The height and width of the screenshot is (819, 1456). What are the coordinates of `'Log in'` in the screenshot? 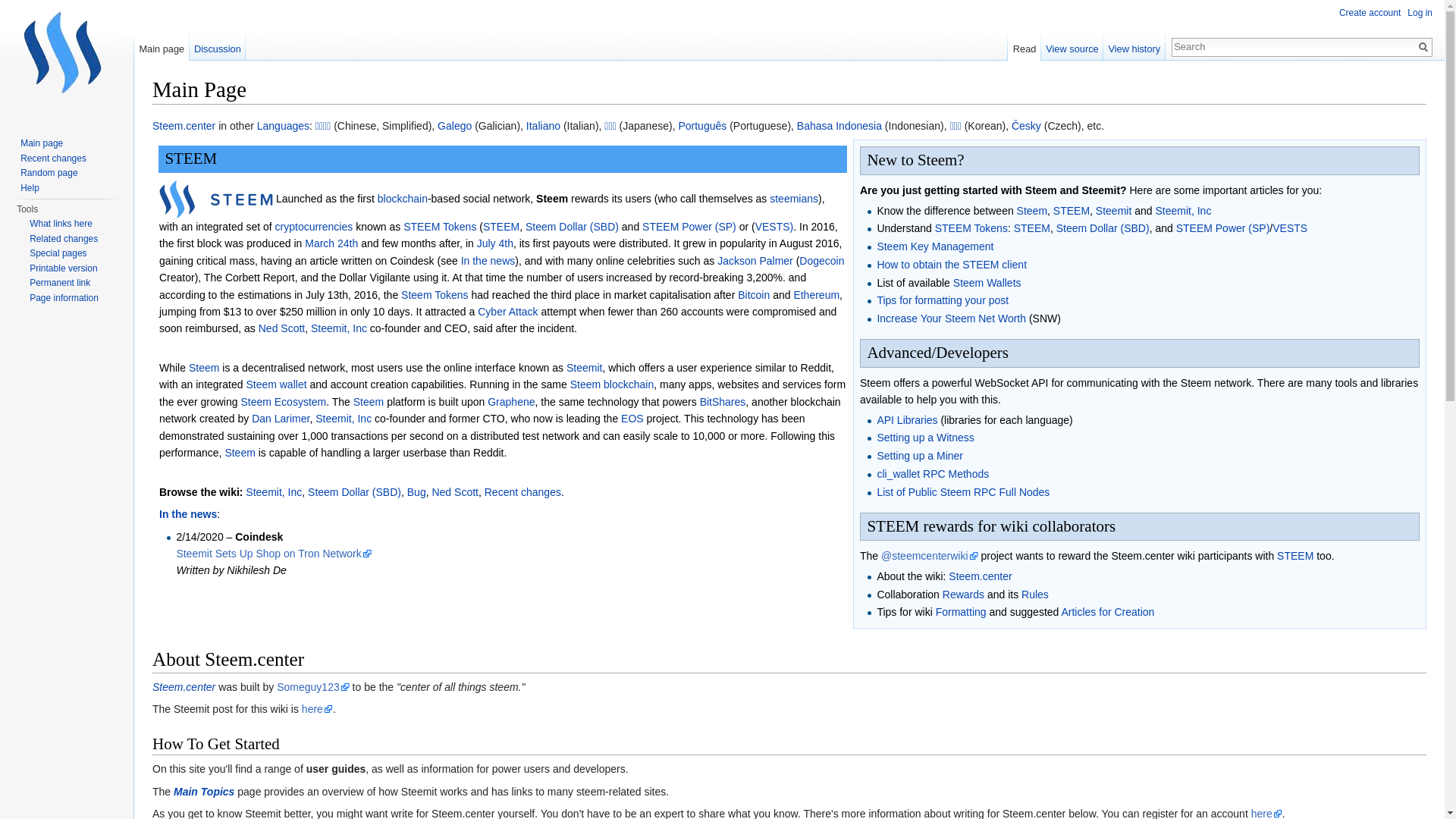 It's located at (1419, 12).